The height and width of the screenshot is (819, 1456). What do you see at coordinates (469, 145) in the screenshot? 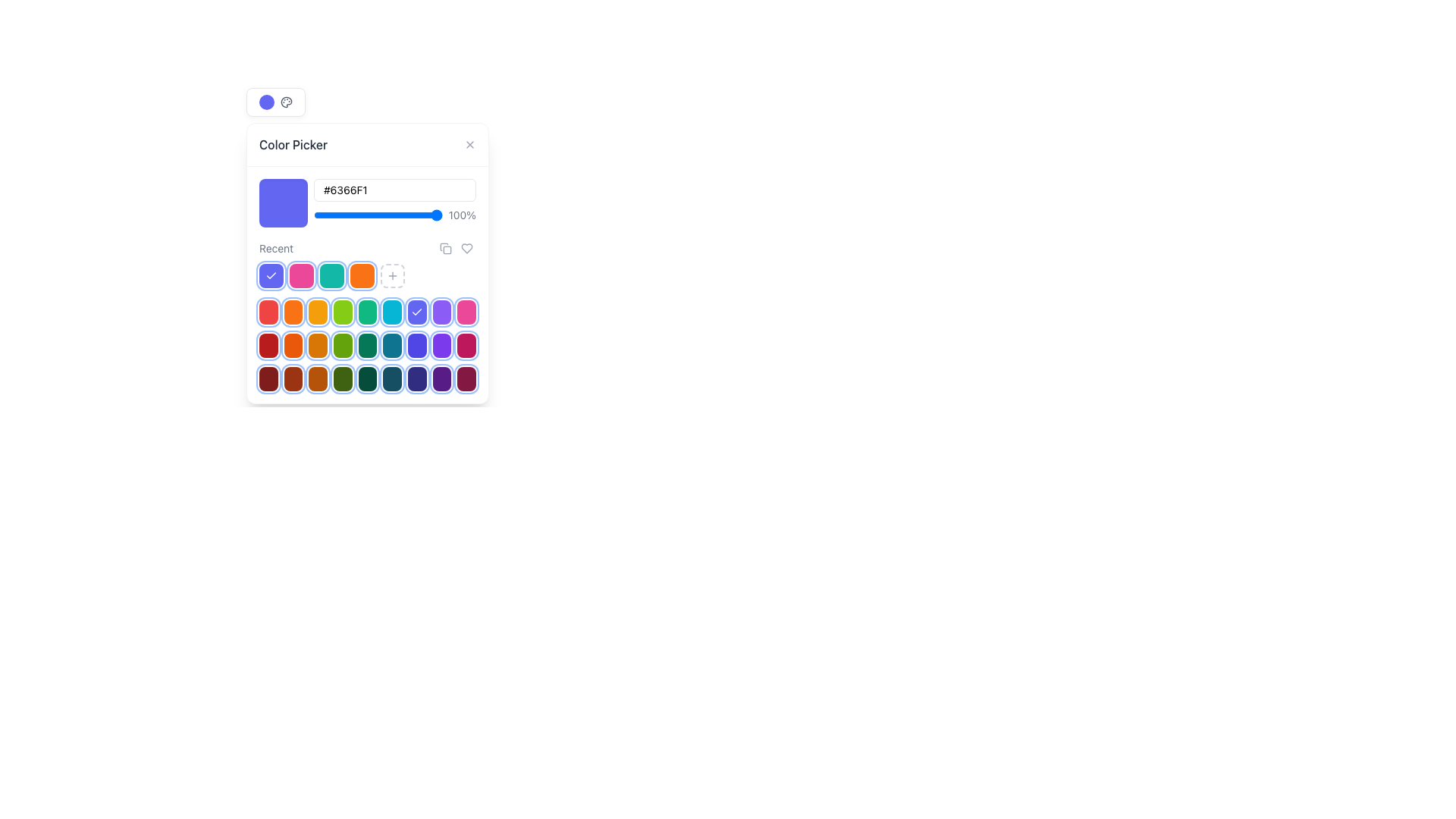
I see `the small square button with a gray outline and a close icon ('X') in the top-right corner of the 'Color Picker' interface` at bounding box center [469, 145].